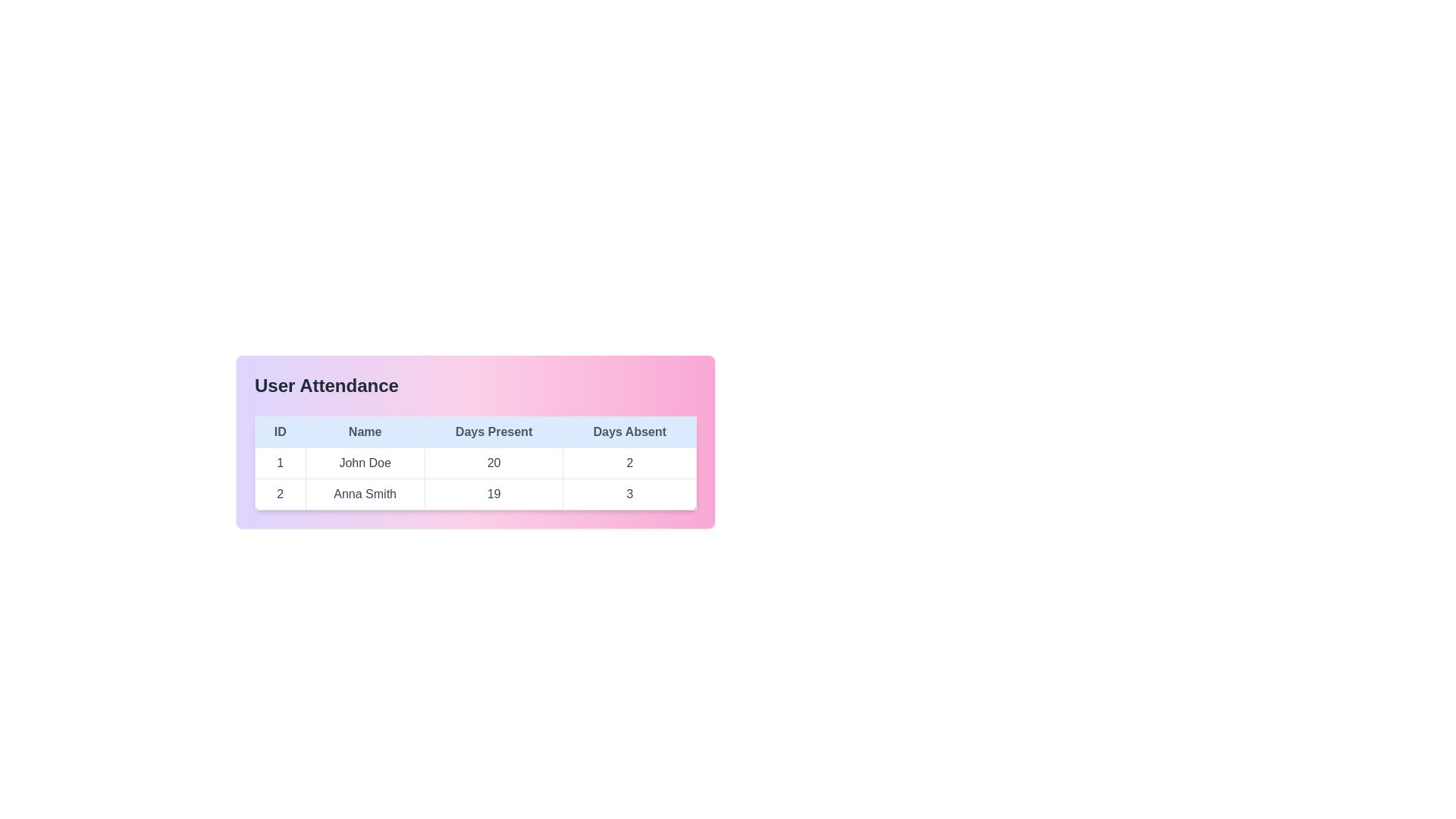 The height and width of the screenshot is (819, 1456). I want to click on the Text display cell in the table that shows the numeric value '20' under the 'Days Present' heading, located in the first row between the 'Name' cell with 'John Doe' and the 'Days Absent' cell, so click(494, 462).